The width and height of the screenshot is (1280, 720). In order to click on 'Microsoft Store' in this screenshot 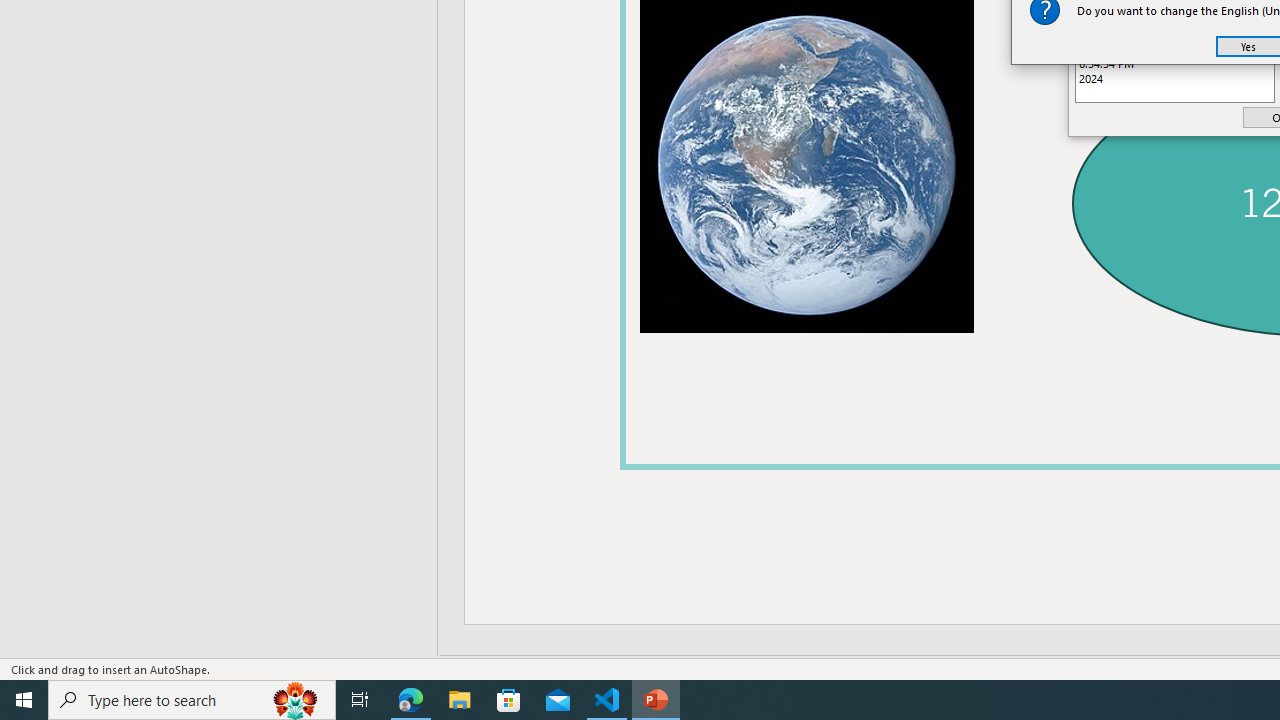, I will do `click(509, 698)`.